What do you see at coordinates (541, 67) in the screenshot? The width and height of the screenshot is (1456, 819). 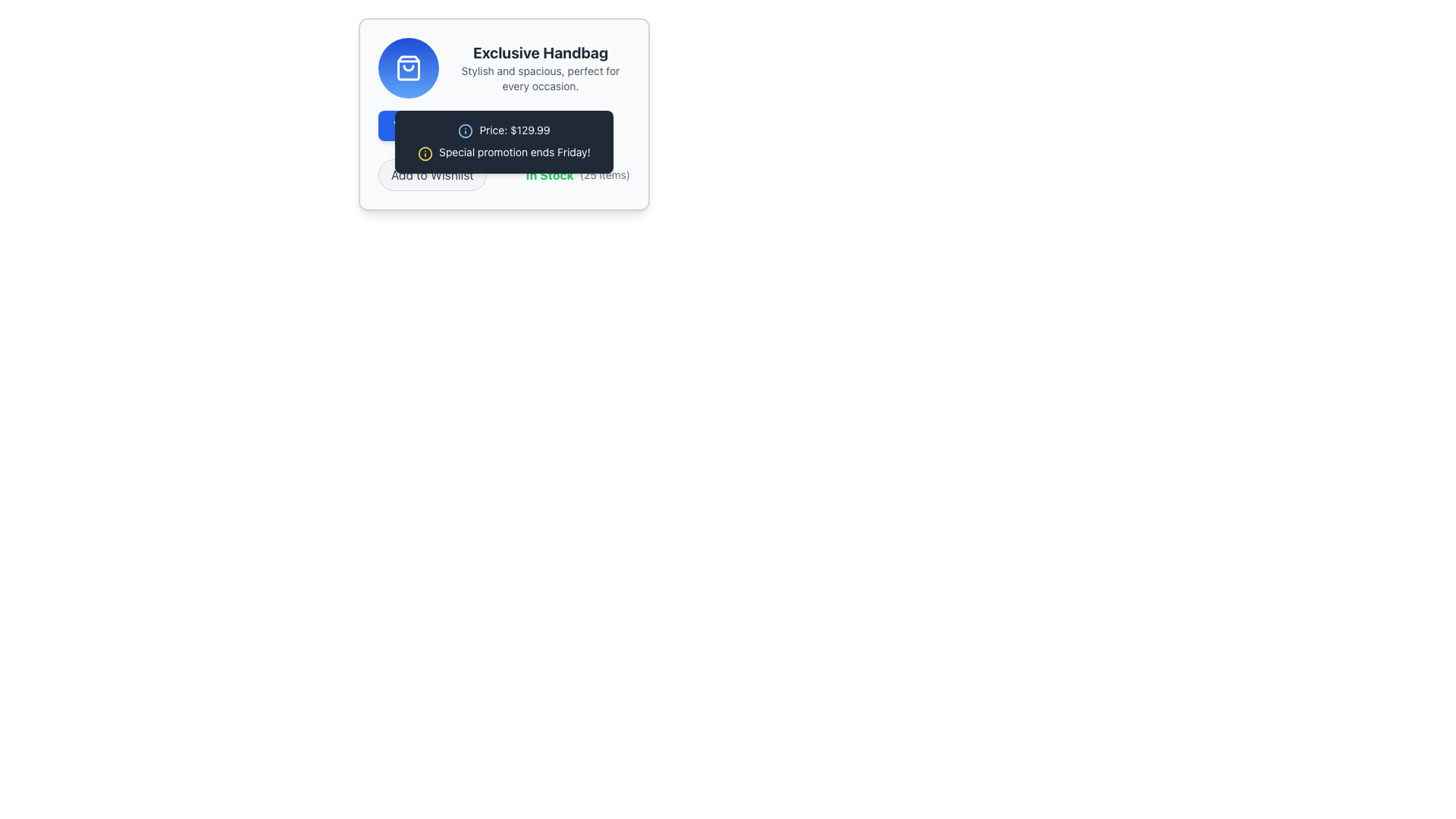 I see `description of the Text Block containing the title 'Exclusive Handbag' and the description 'Stylish and spacious, perfect for every occasion.'` at bounding box center [541, 67].